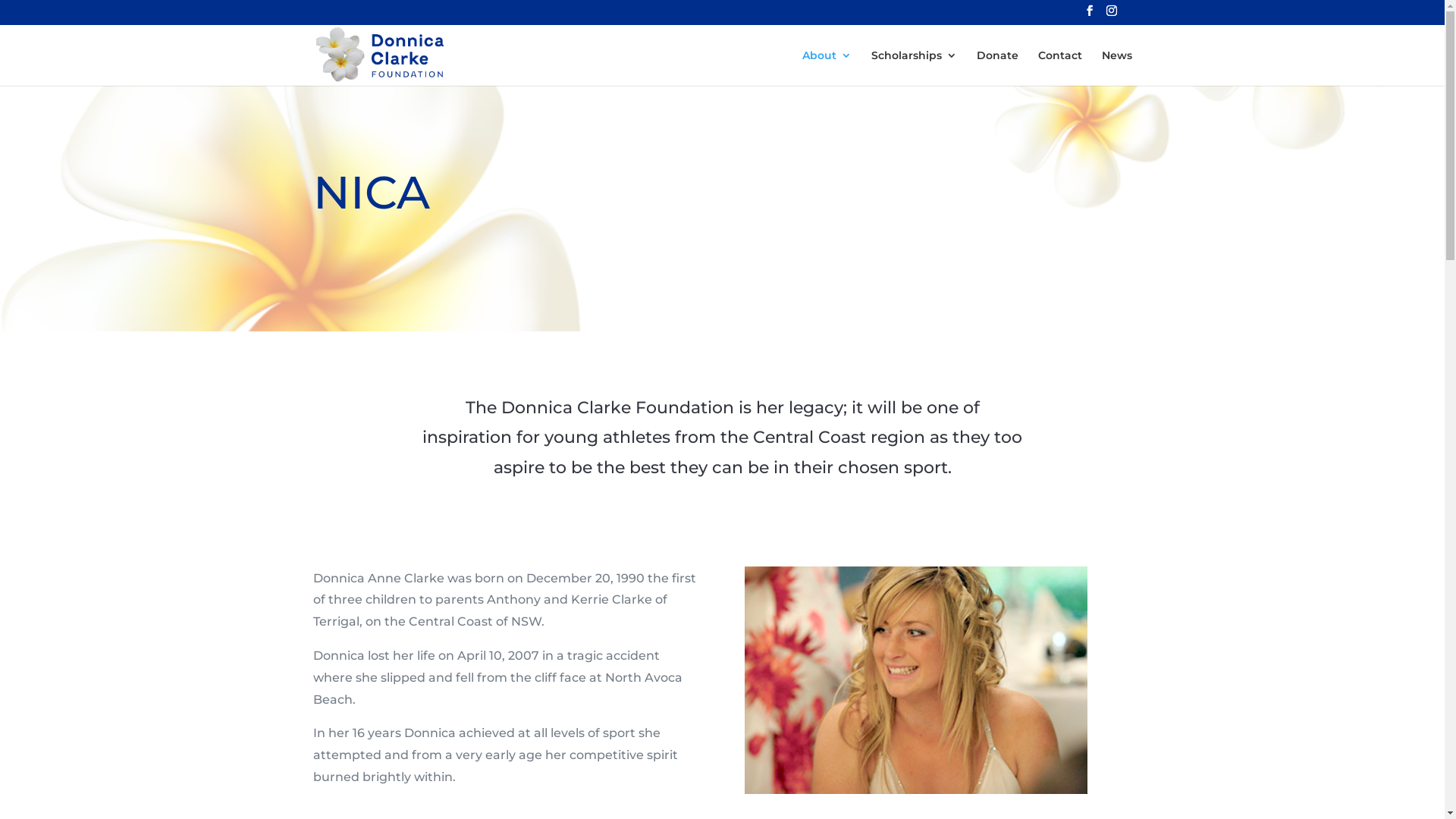 Image resolution: width=1456 pixels, height=819 pixels. Describe the element at coordinates (912, 67) in the screenshot. I see `'Scholarships'` at that location.